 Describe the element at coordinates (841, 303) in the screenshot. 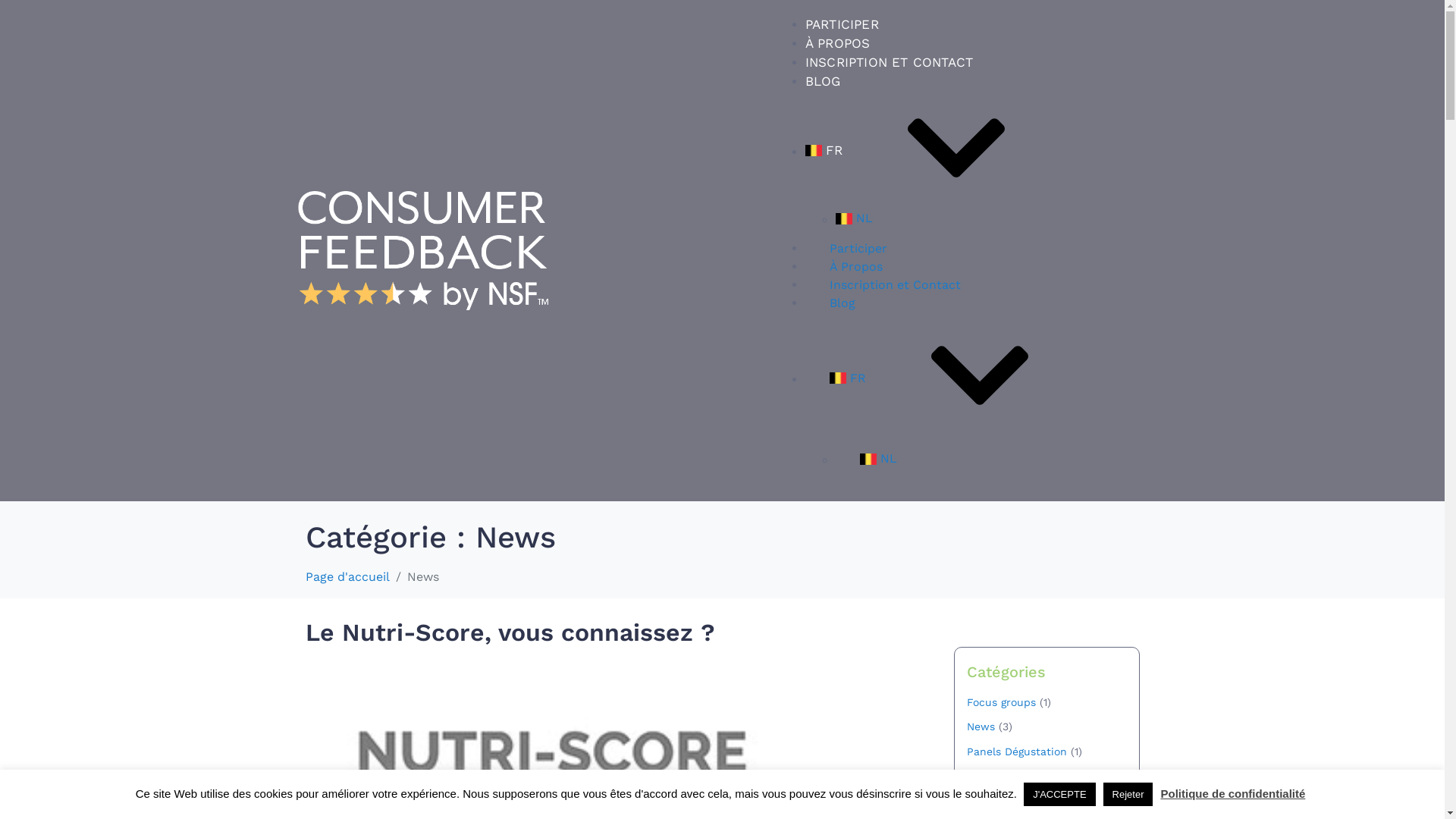

I see `'Blog'` at that location.